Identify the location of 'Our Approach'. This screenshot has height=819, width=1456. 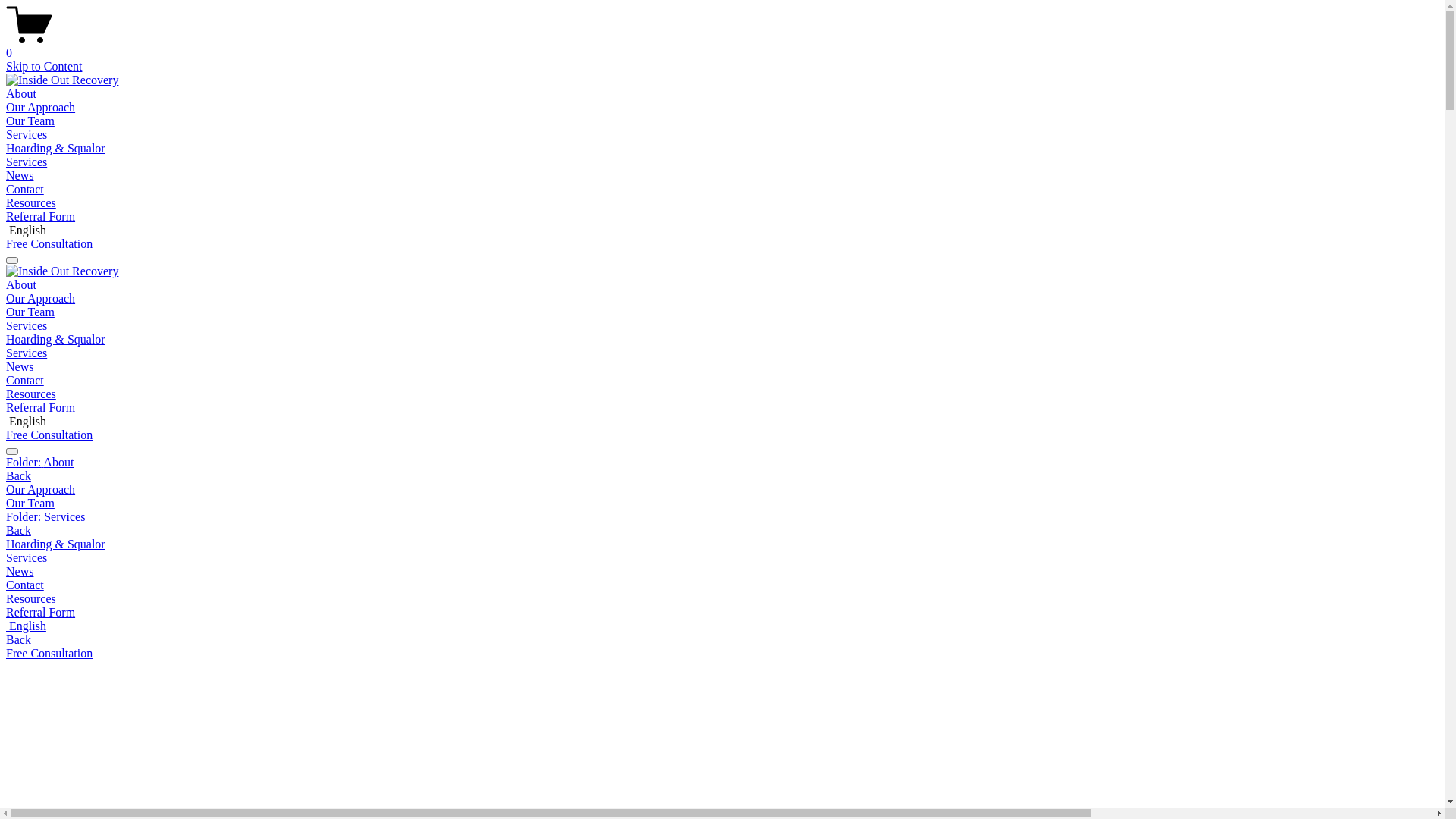
(40, 298).